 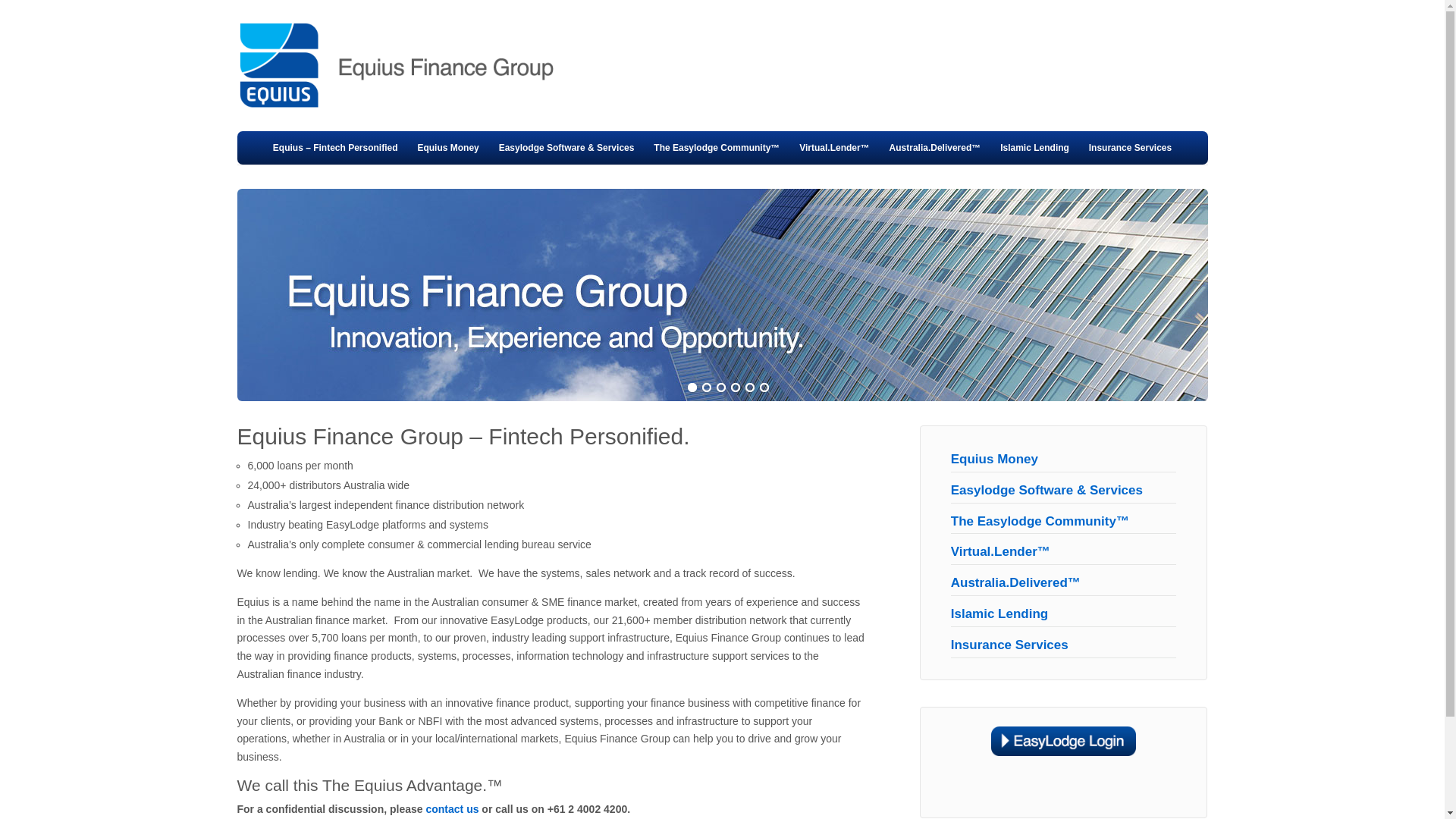 I want to click on 'Easylodge Software & Services', so click(x=1046, y=490).